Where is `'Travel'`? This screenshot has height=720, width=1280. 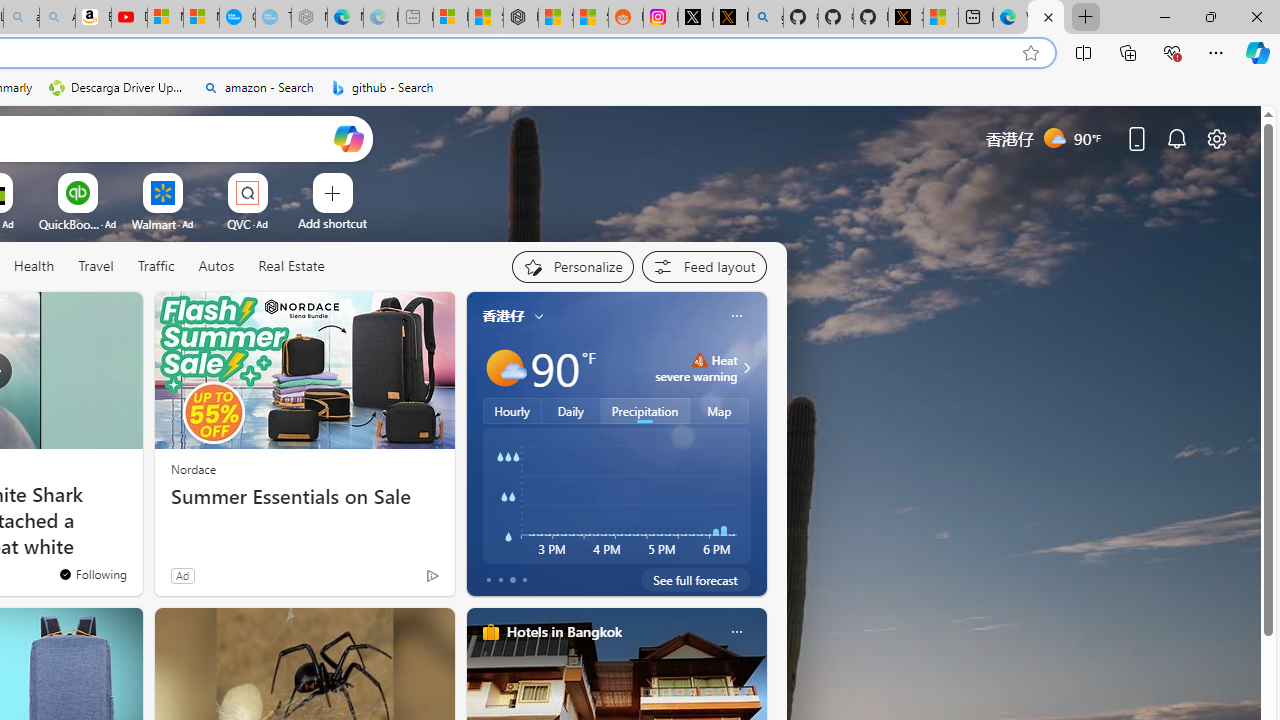
'Travel' is located at coordinates (95, 266).